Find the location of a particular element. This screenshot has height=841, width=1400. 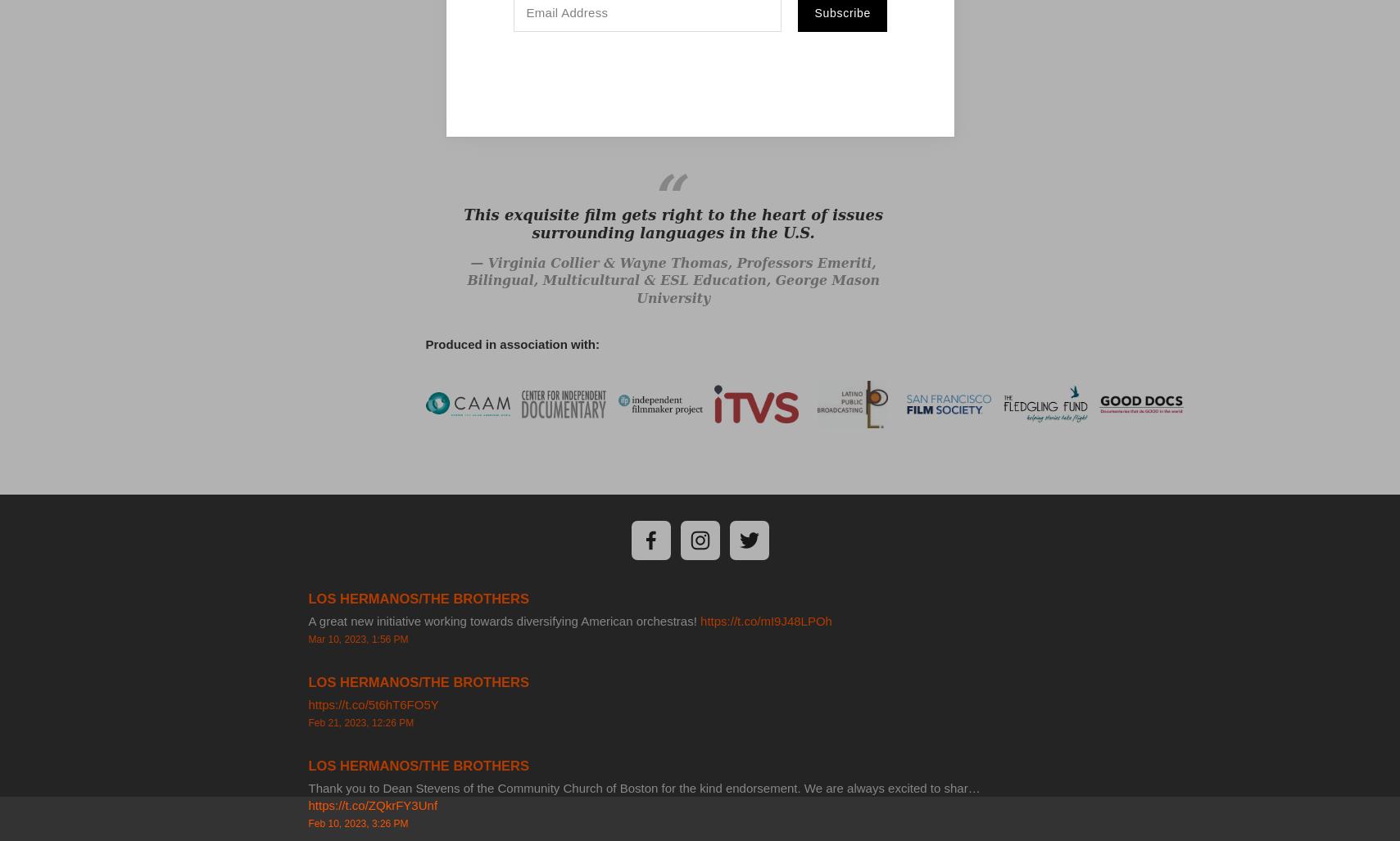

'https://t.co/5t6hT6FO5Y' is located at coordinates (372, 703).